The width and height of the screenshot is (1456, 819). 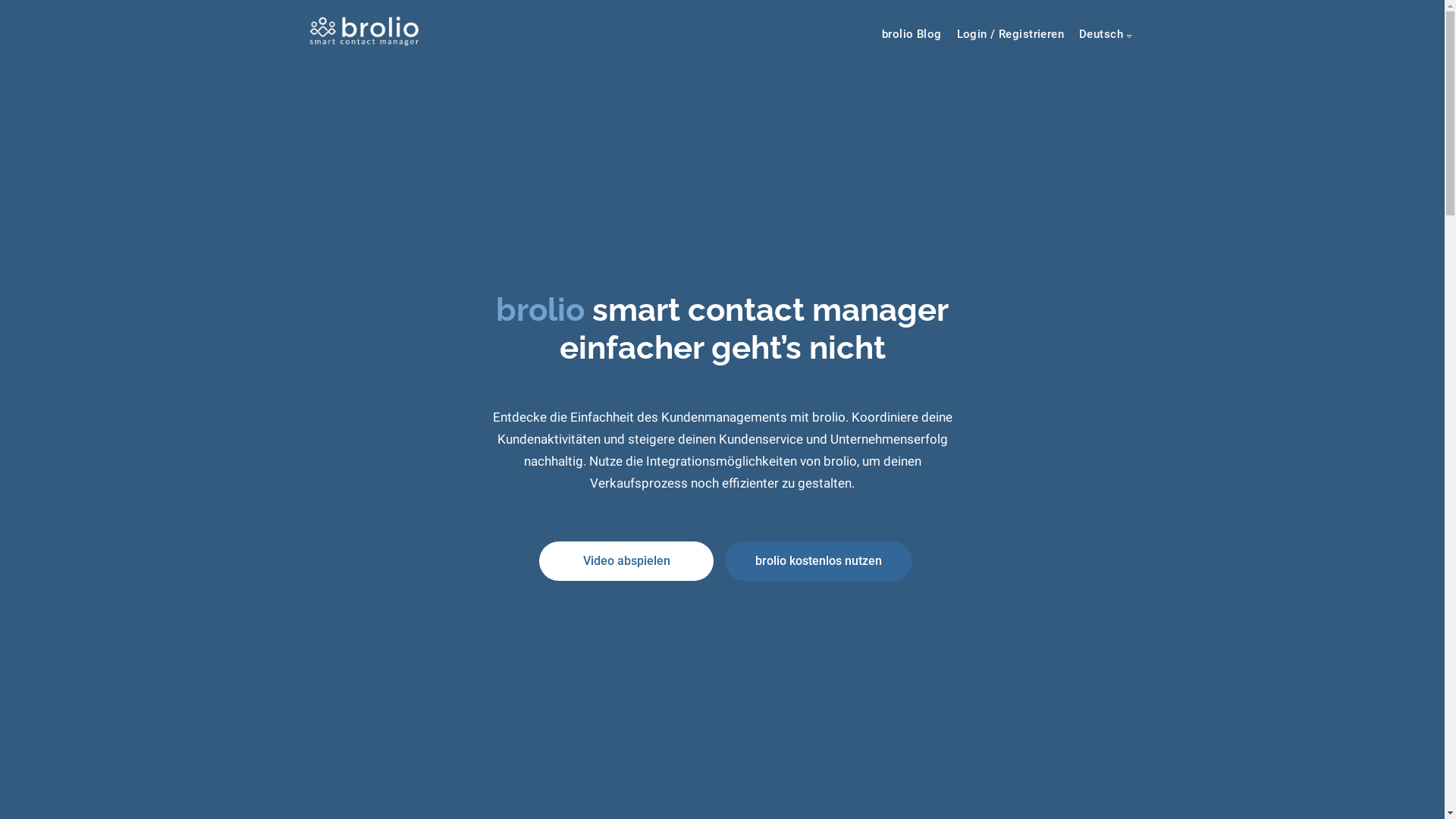 What do you see at coordinates (626, 561) in the screenshot?
I see `'Video abspielen'` at bounding box center [626, 561].